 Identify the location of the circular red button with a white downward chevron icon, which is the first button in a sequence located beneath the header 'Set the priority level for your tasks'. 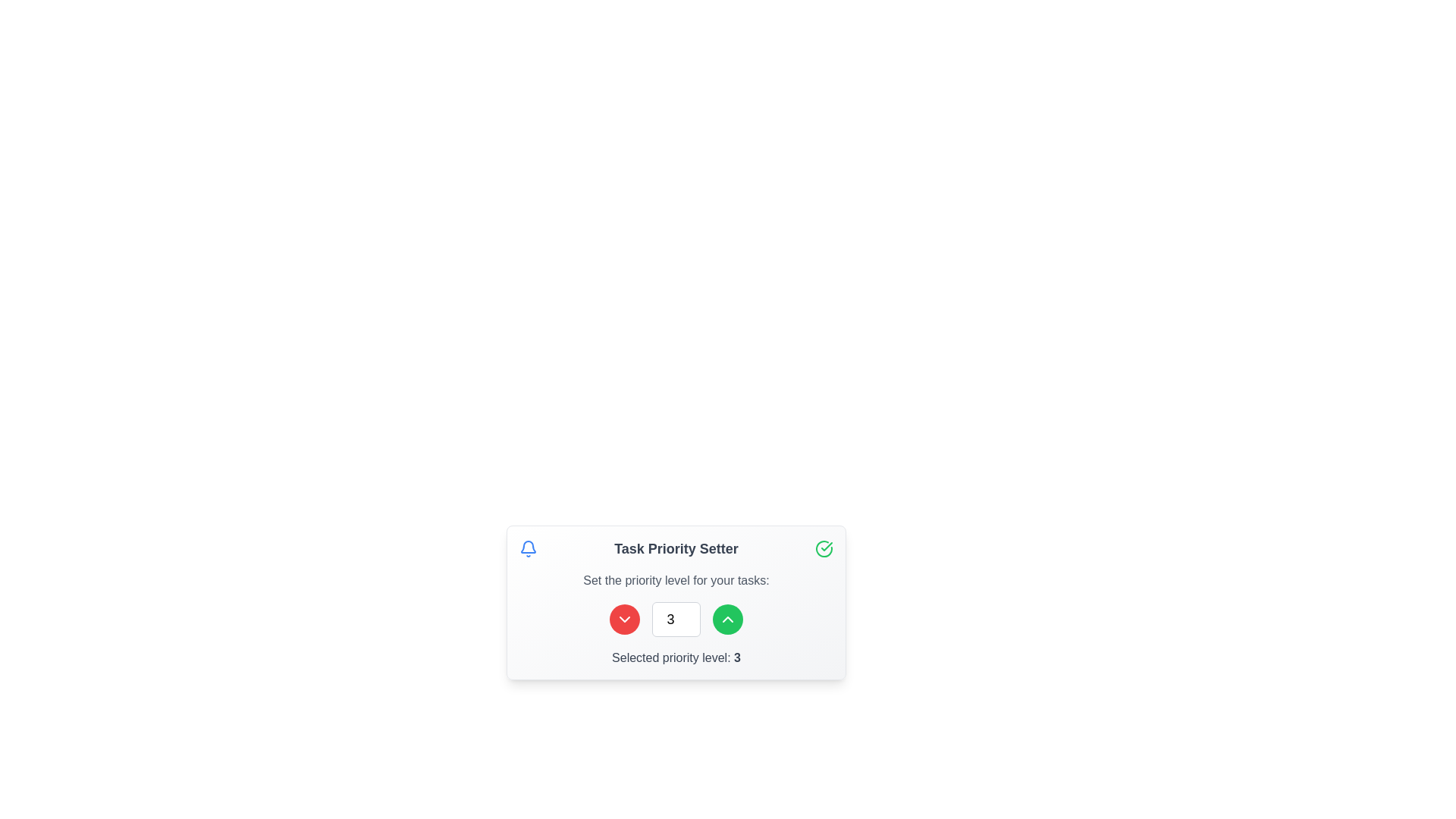
(625, 620).